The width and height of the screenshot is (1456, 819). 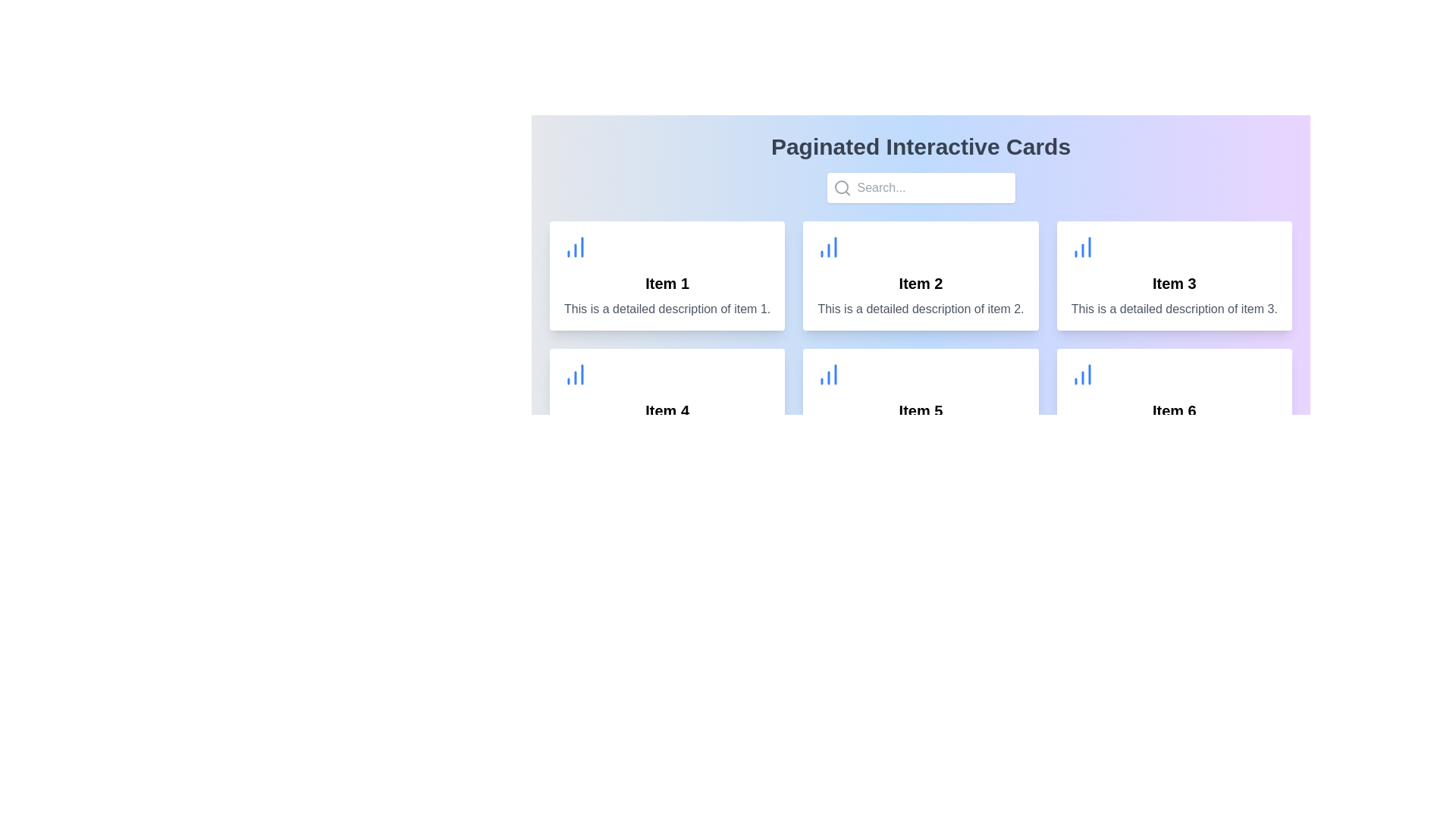 I want to click on the icon representing data visualization within the card labeled 'Item 4', located near the top-left corner above the item title and description, so click(x=574, y=374).